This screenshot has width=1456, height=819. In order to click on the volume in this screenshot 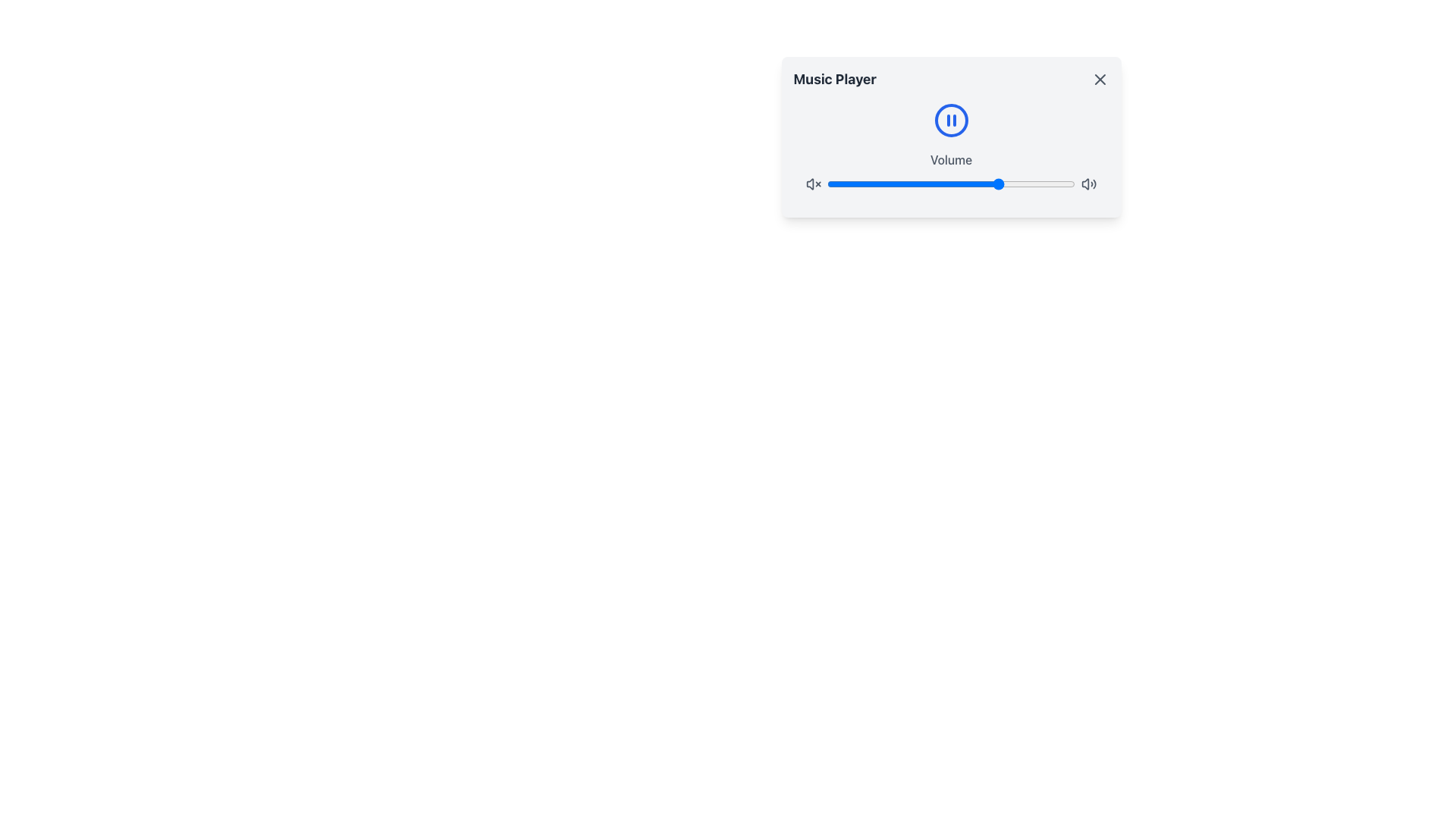, I will do `click(1037, 184)`.